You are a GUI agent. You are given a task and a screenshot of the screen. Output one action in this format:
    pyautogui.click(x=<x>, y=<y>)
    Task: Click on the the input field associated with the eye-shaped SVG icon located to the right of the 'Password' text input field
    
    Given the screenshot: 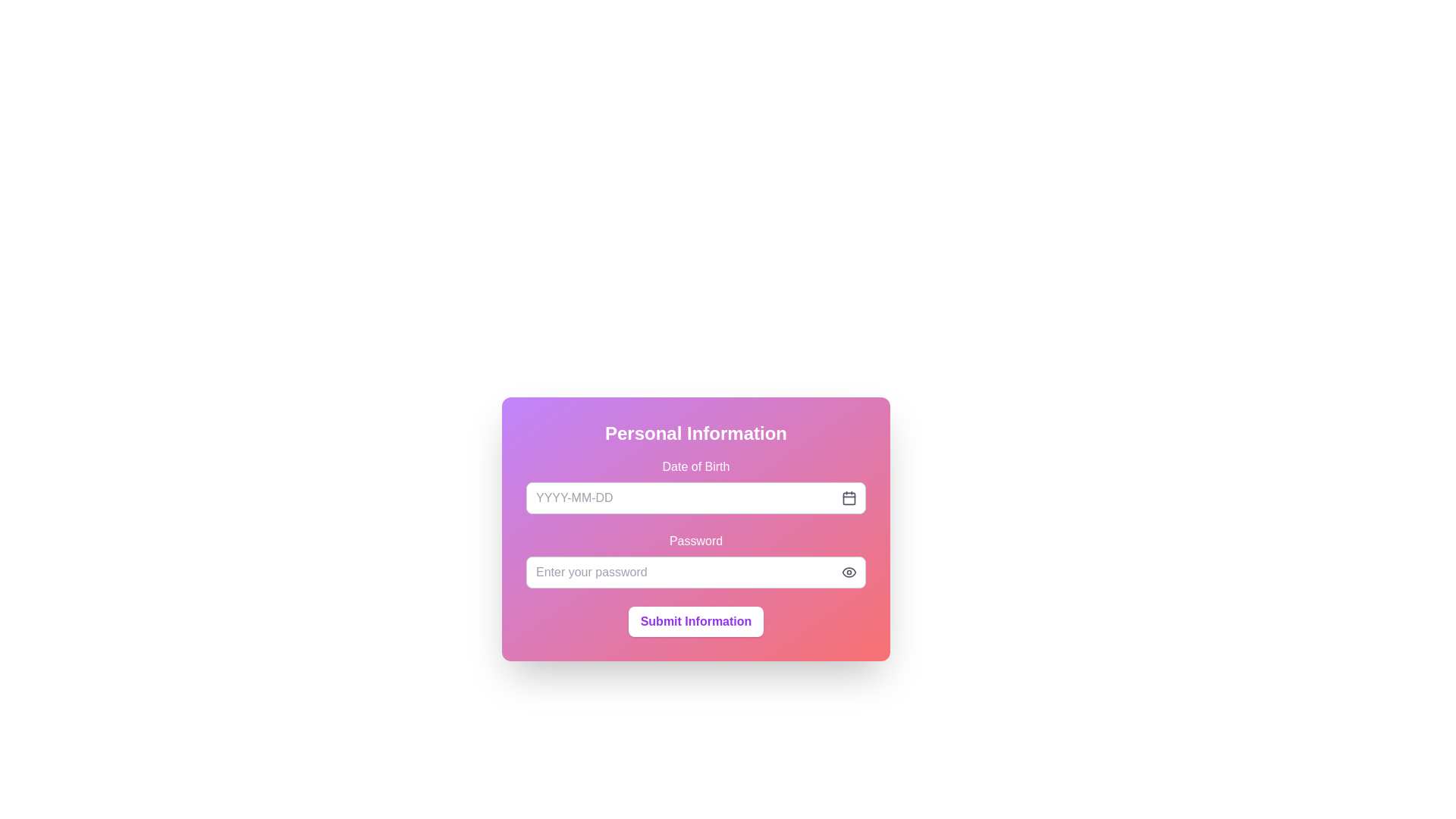 What is the action you would take?
    pyautogui.click(x=848, y=573)
    